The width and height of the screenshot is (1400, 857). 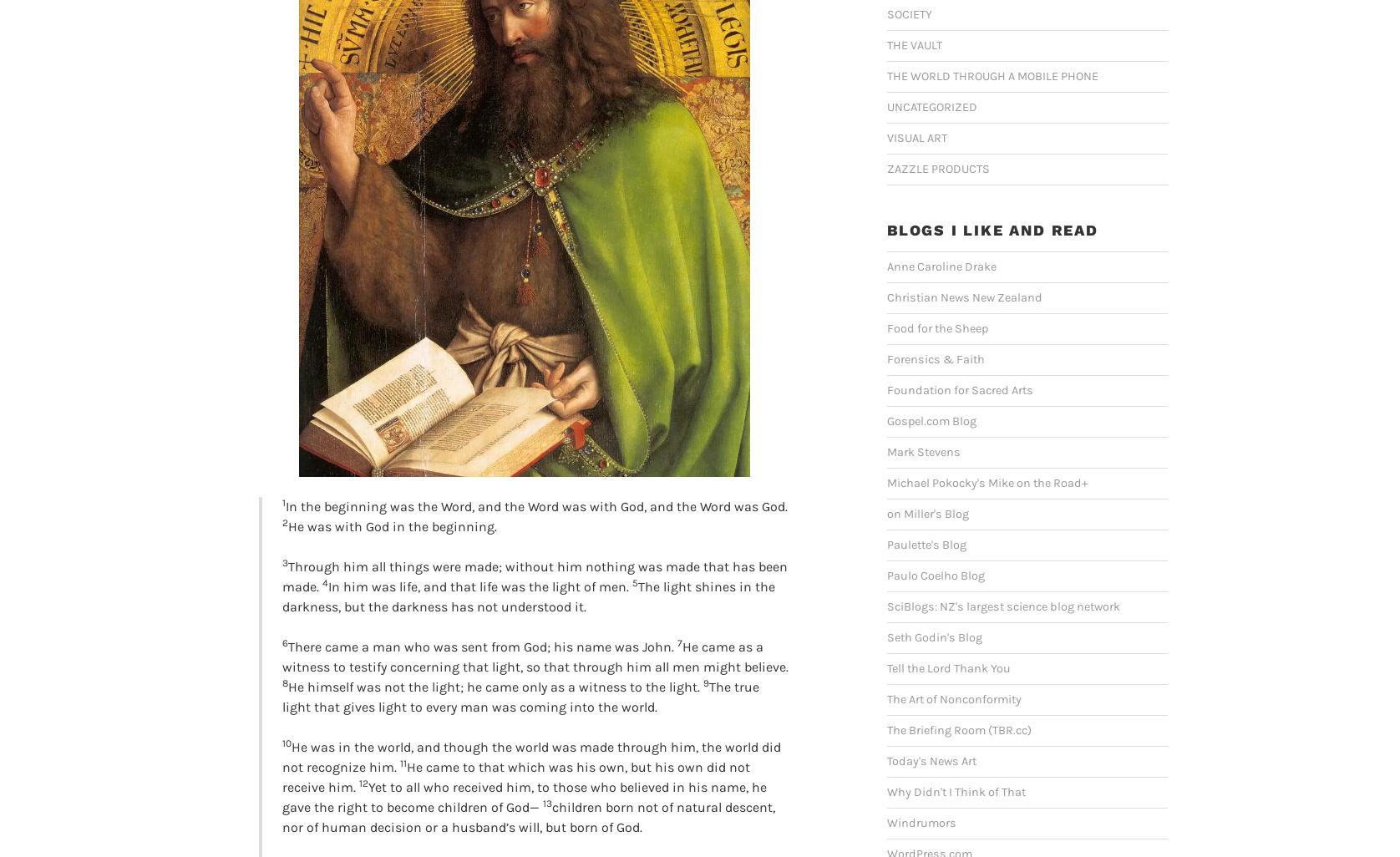 I want to click on 'The Briefing Room (TBR.cc)', so click(x=958, y=729).